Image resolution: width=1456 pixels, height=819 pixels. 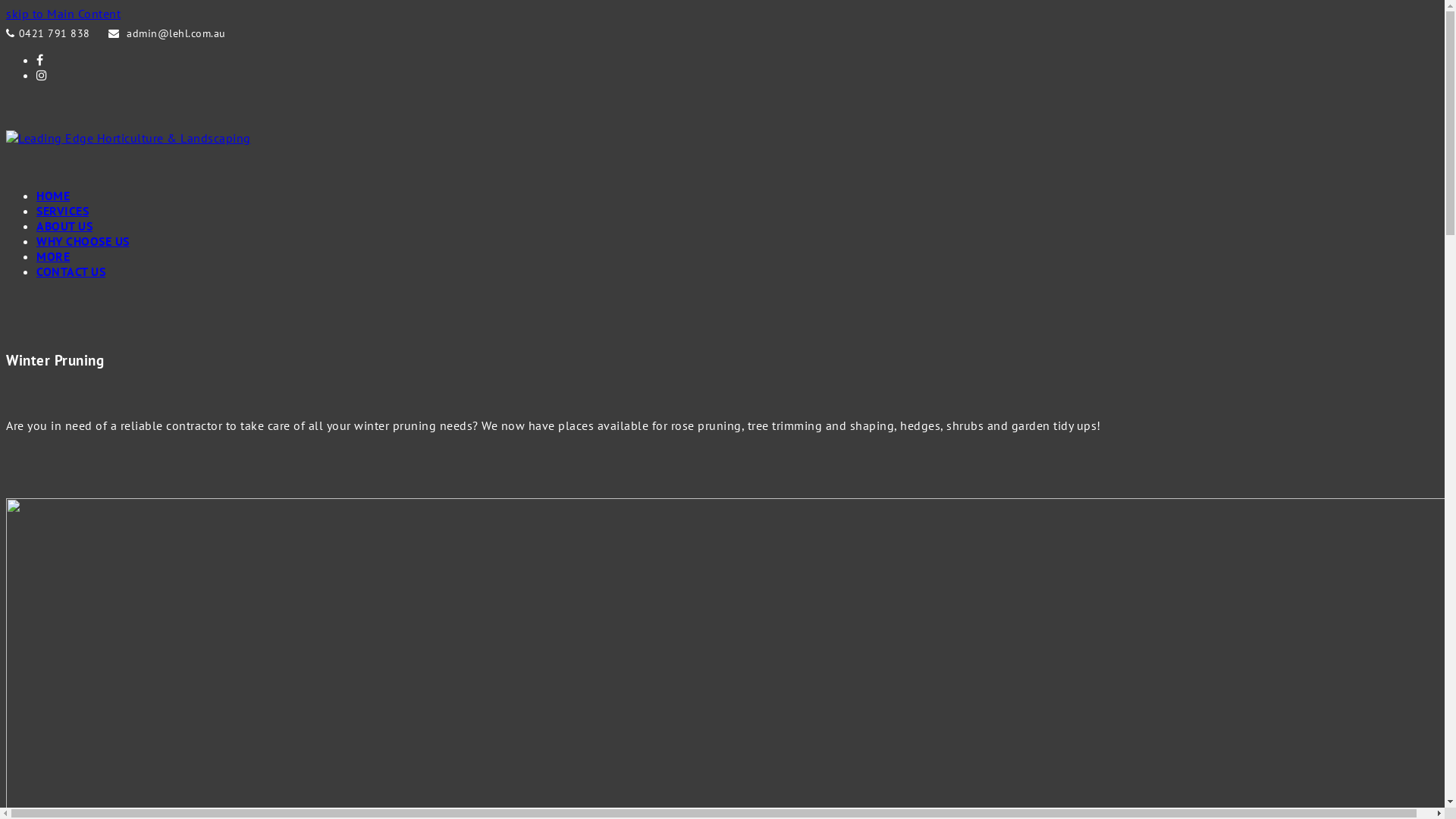 I want to click on 'Instagram', so click(x=42, y=75).